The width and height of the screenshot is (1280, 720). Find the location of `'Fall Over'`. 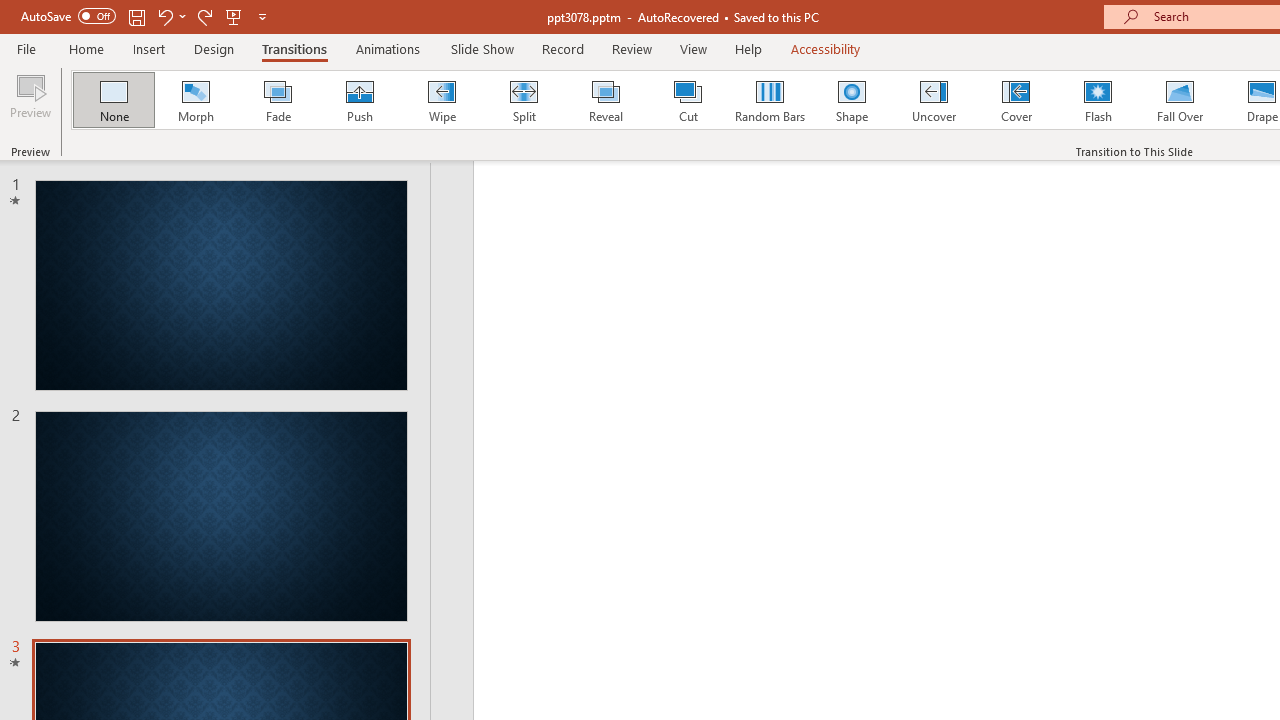

'Fall Over' is located at coordinates (1180, 100).